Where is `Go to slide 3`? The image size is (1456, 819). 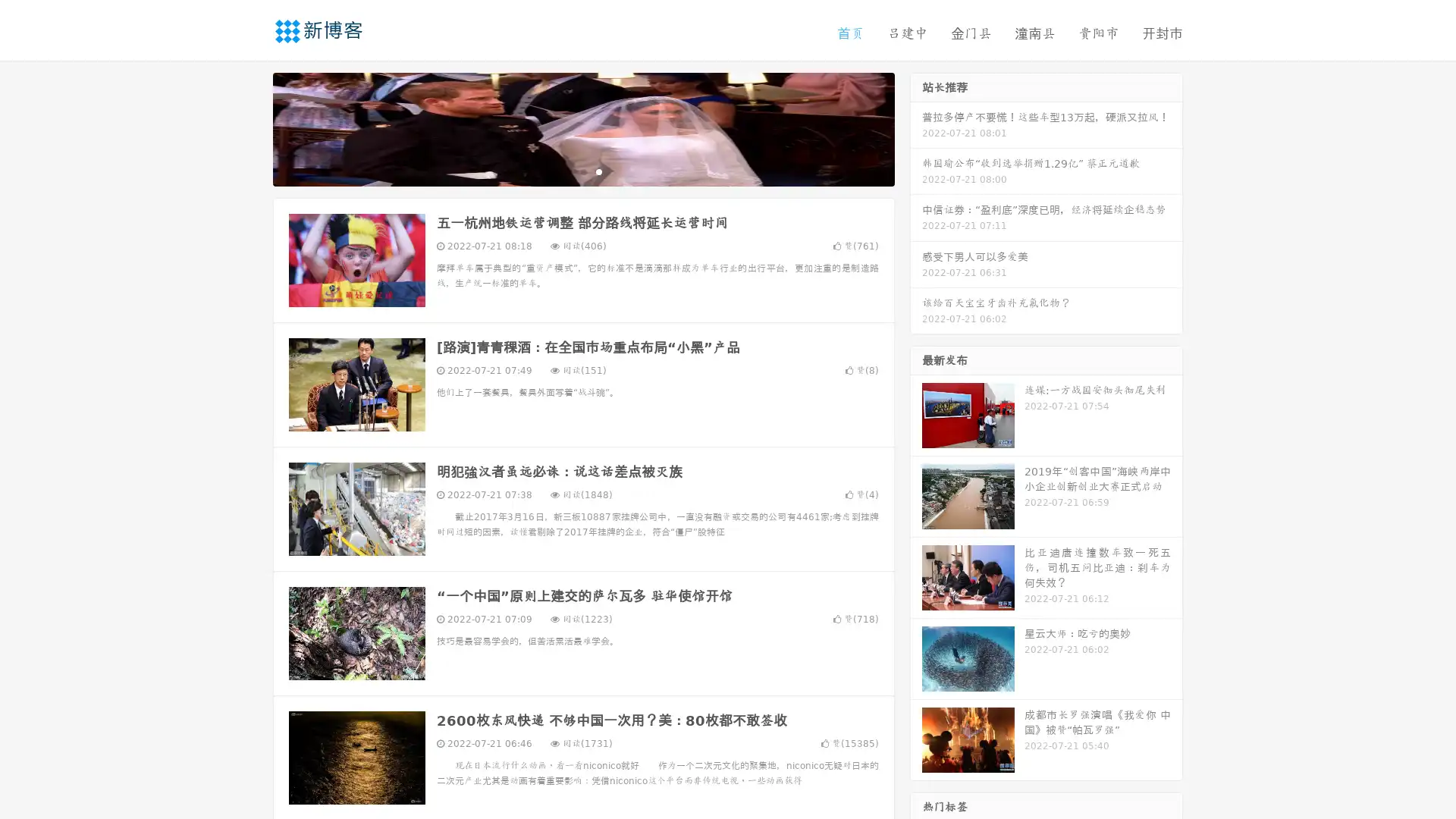 Go to slide 3 is located at coordinates (598, 171).